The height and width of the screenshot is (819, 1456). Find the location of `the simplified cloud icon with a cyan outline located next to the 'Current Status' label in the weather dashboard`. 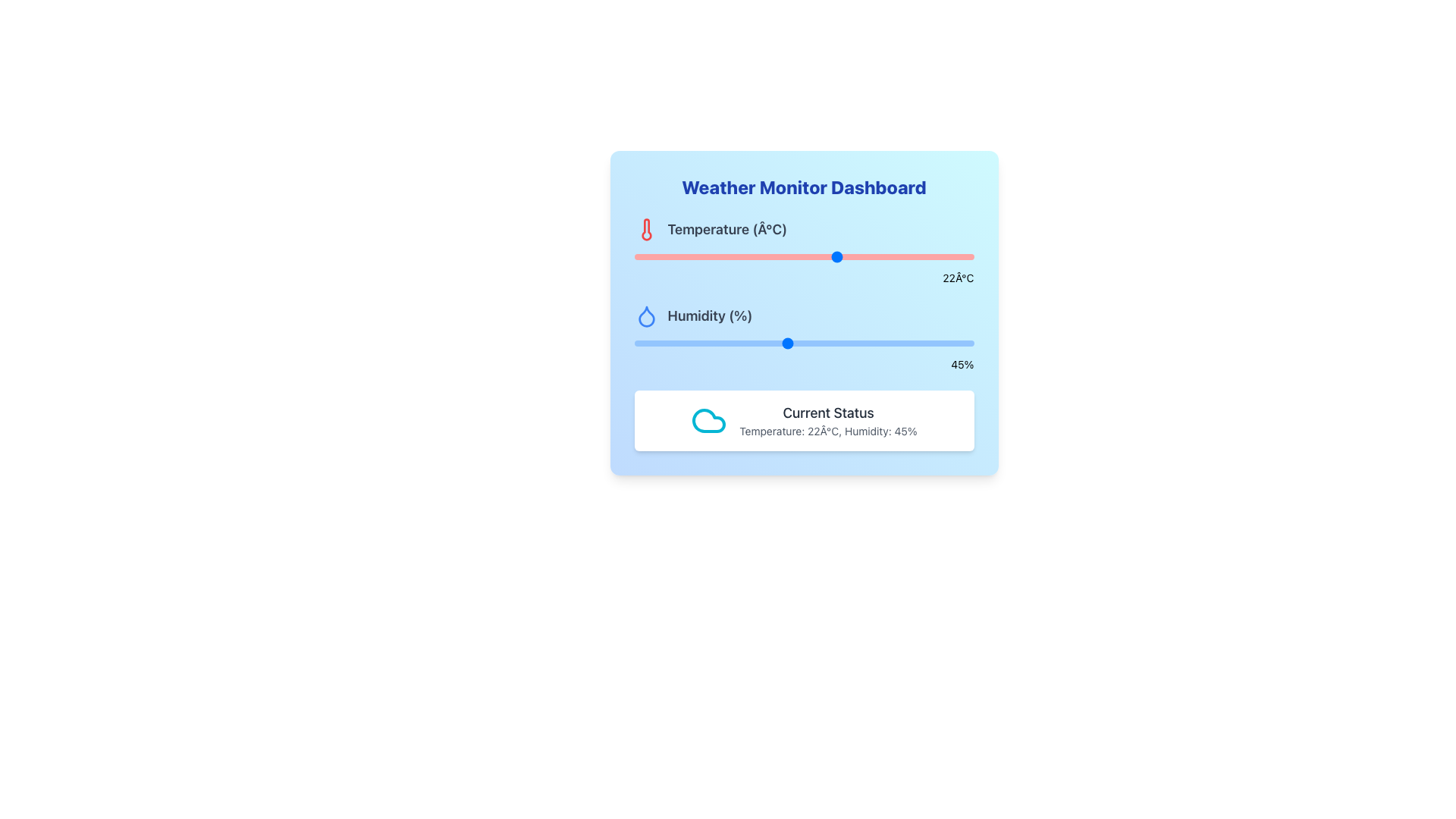

the simplified cloud icon with a cyan outline located next to the 'Current Status' label in the weather dashboard is located at coordinates (708, 421).